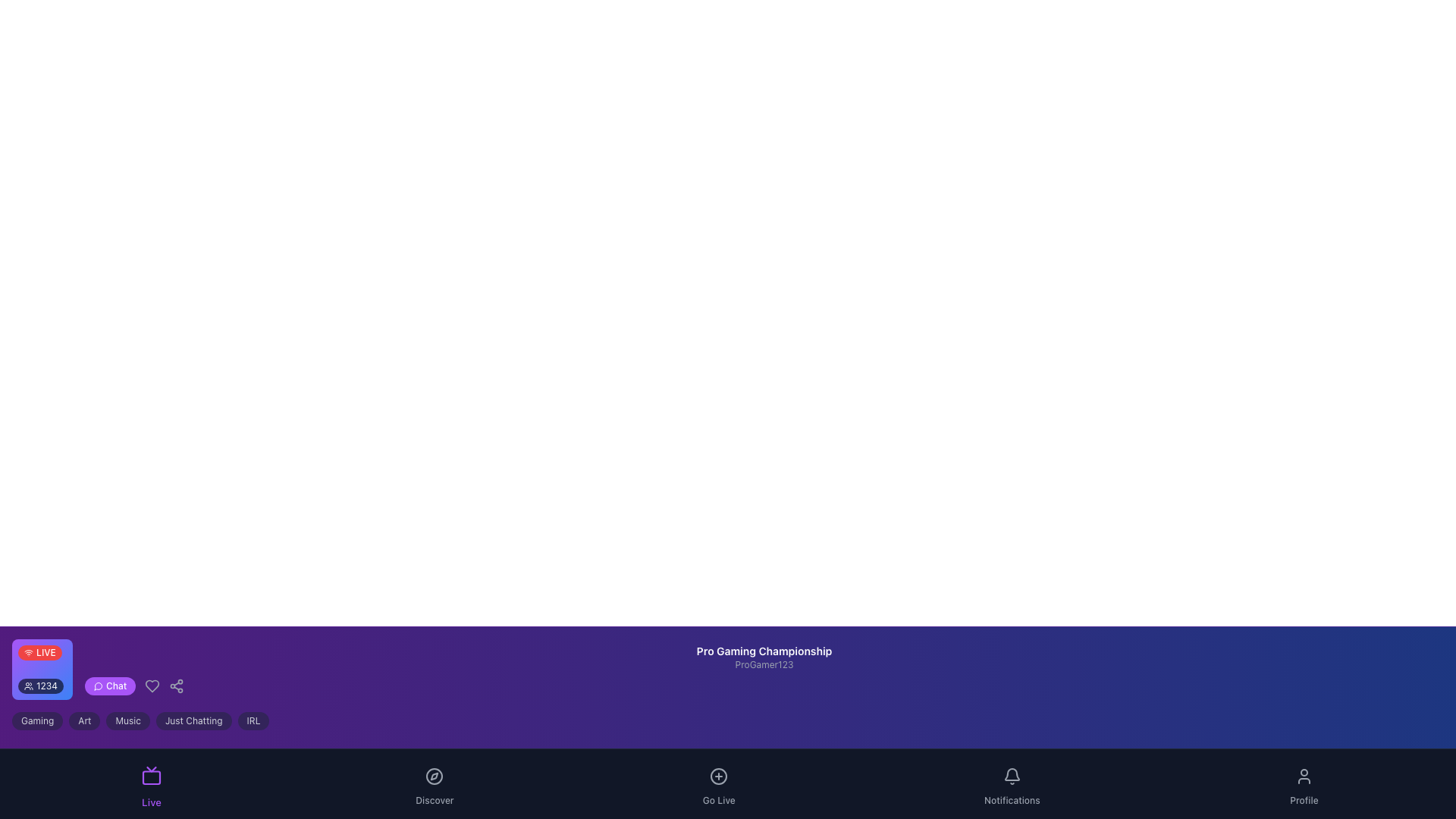 The image size is (1456, 819). I want to click on the red badge labeled 'LIVE' with a WiFi icon on the left, located in the top-left corner of the blue rectangular section, so click(45, 651).